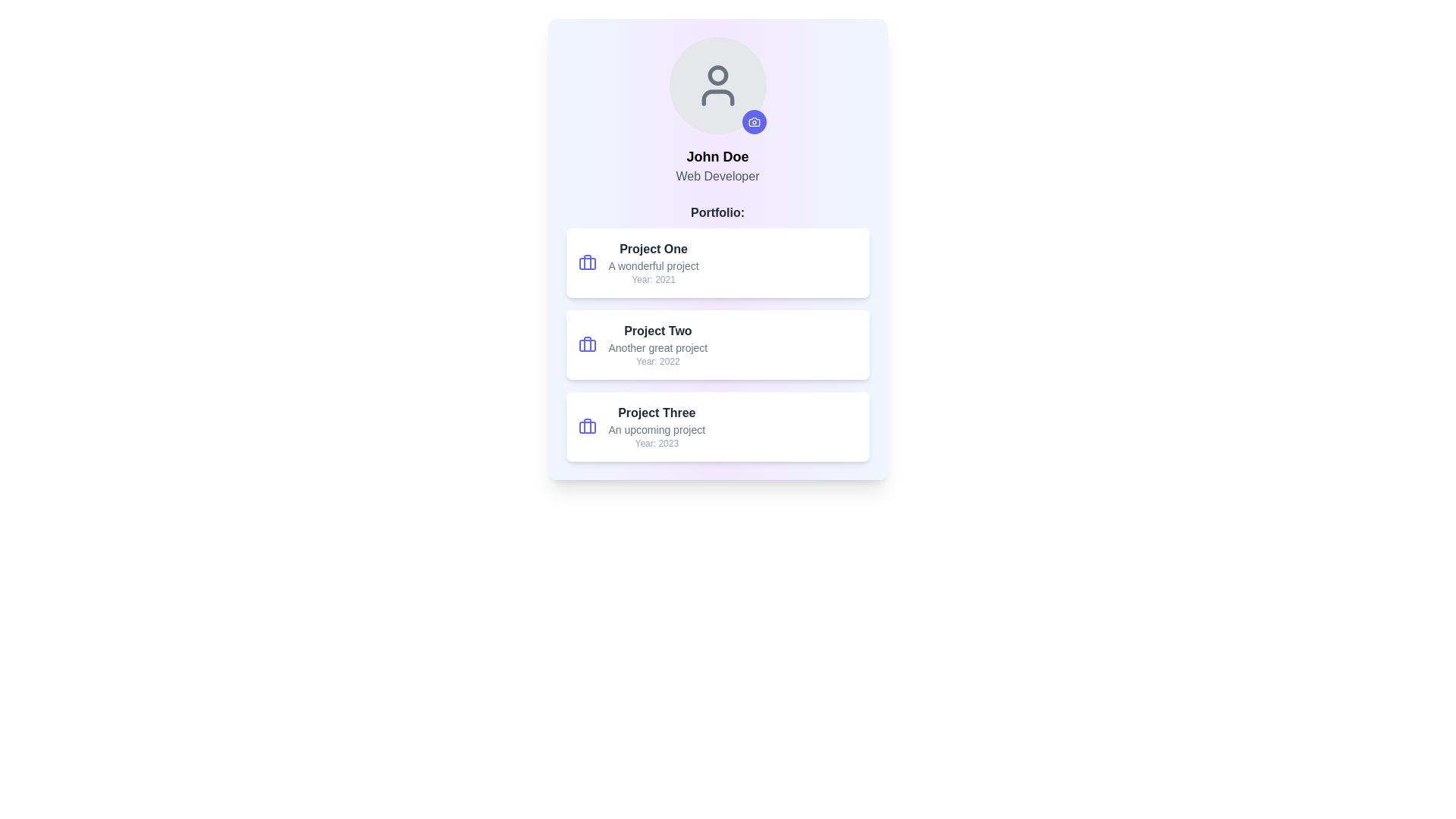 Image resolution: width=1456 pixels, height=819 pixels. What do you see at coordinates (717, 427) in the screenshot?
I see `the Information card at the bottom of the vertical list that displays project details, including the title and description` at bounding box center [717, 427].